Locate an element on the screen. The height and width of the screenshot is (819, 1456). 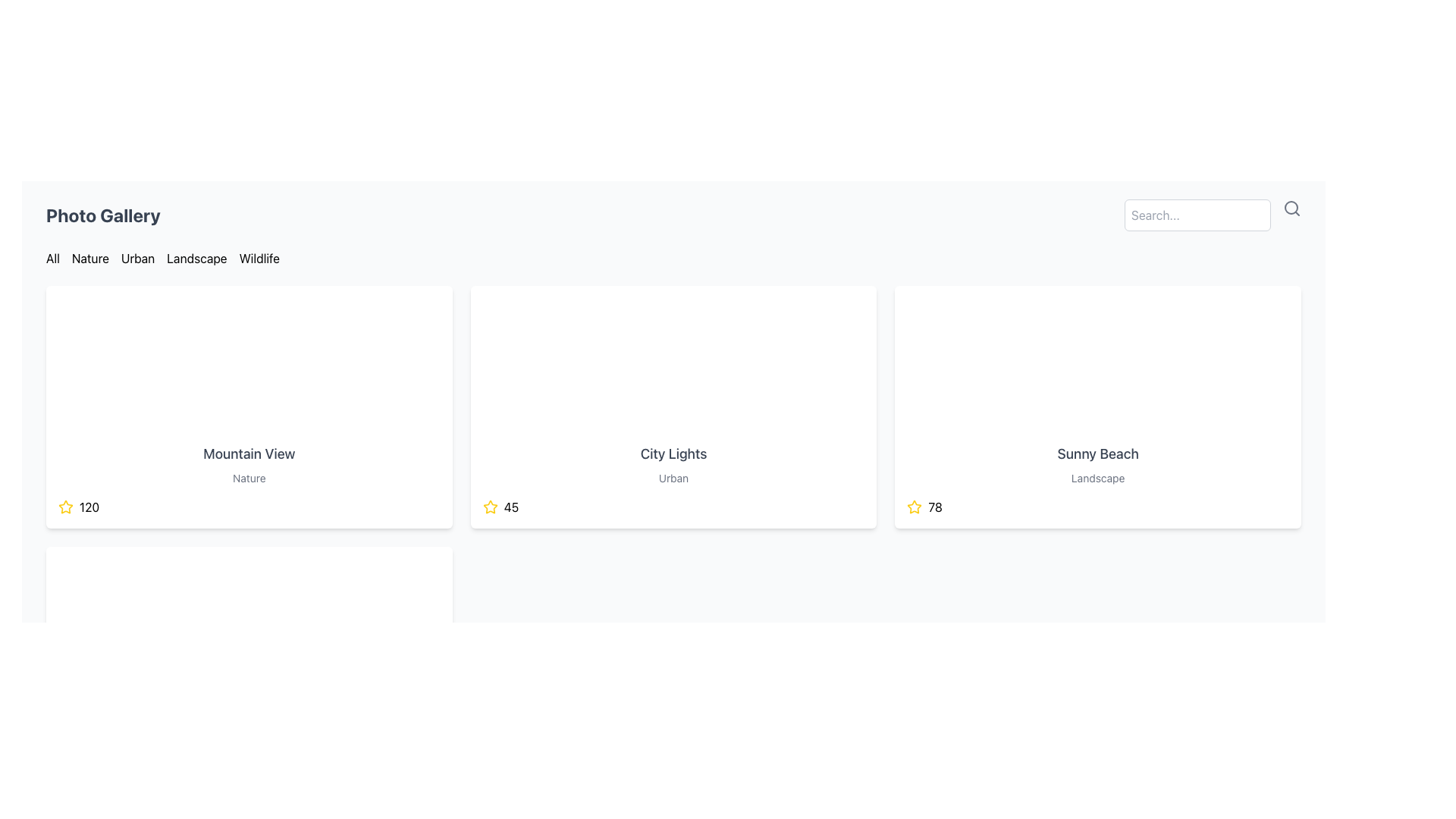
the fifth clickable text link in the horizontal navigation menu located beneath the 'Photo Gallery' title is located at coordinates (259, 257).